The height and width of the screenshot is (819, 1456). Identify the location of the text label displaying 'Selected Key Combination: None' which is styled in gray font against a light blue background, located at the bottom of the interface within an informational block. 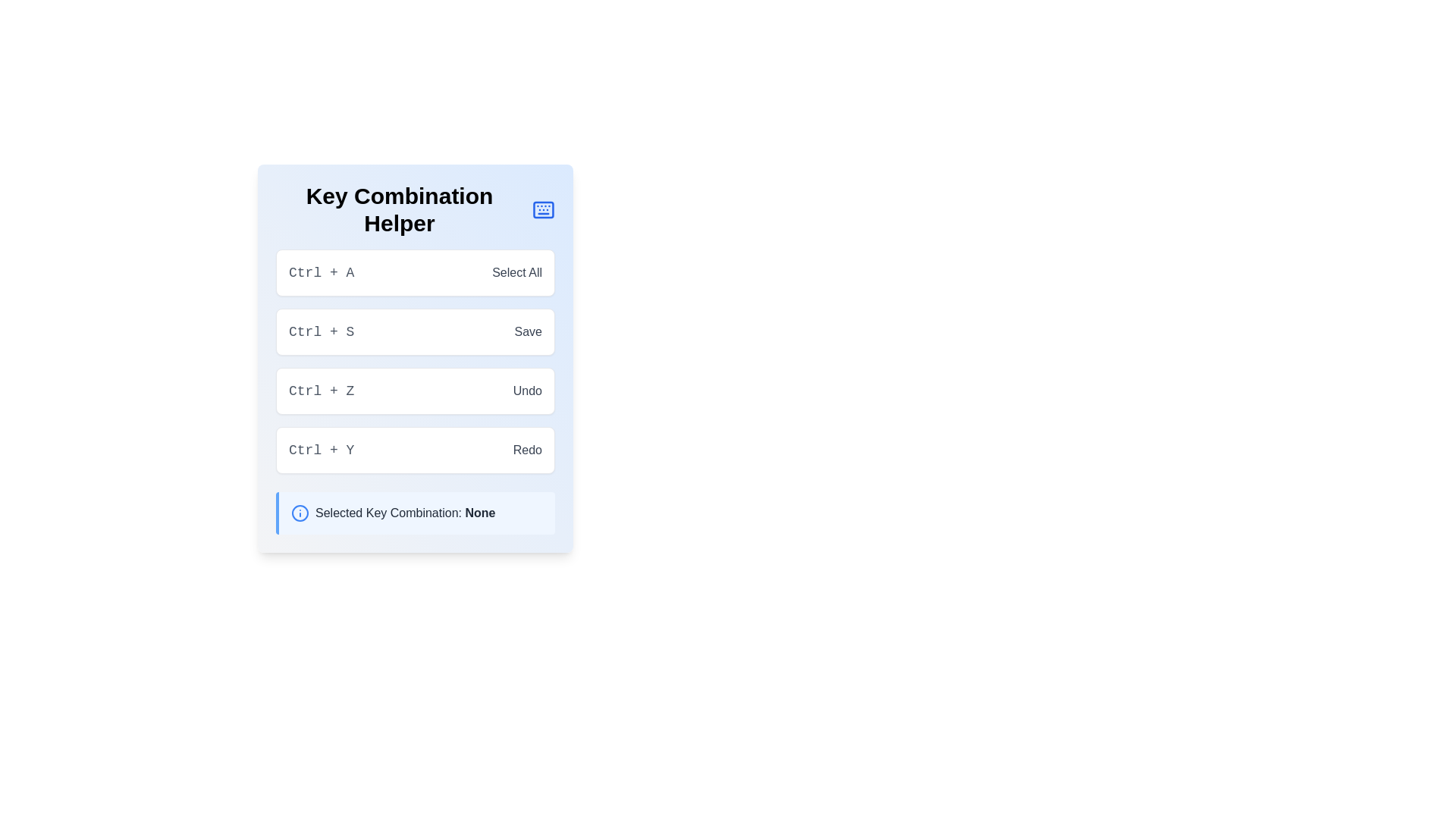
(405, 513).